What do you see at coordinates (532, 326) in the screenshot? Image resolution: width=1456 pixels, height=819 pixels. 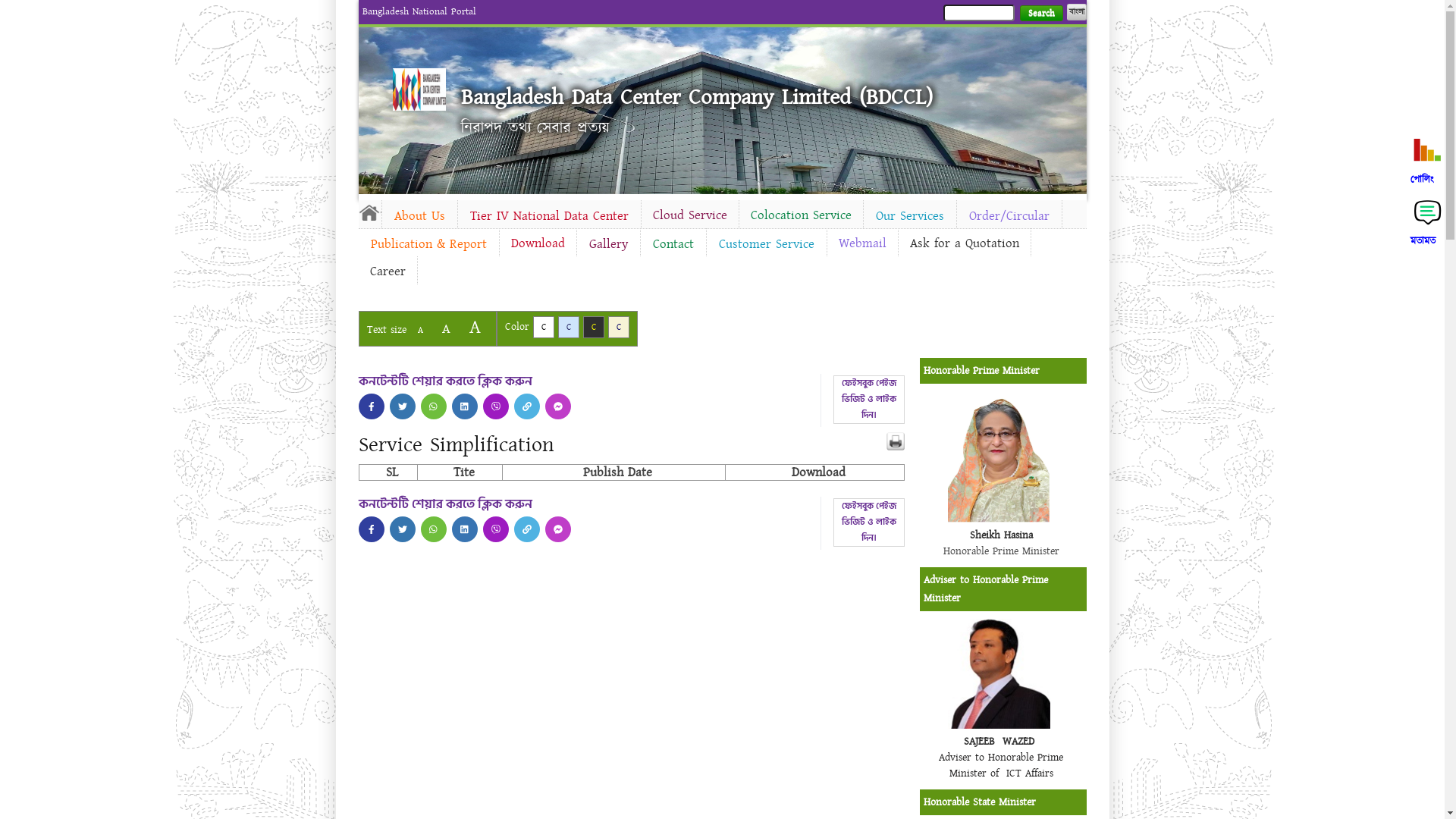 I see `'C'` at bounding box center [532, 326].